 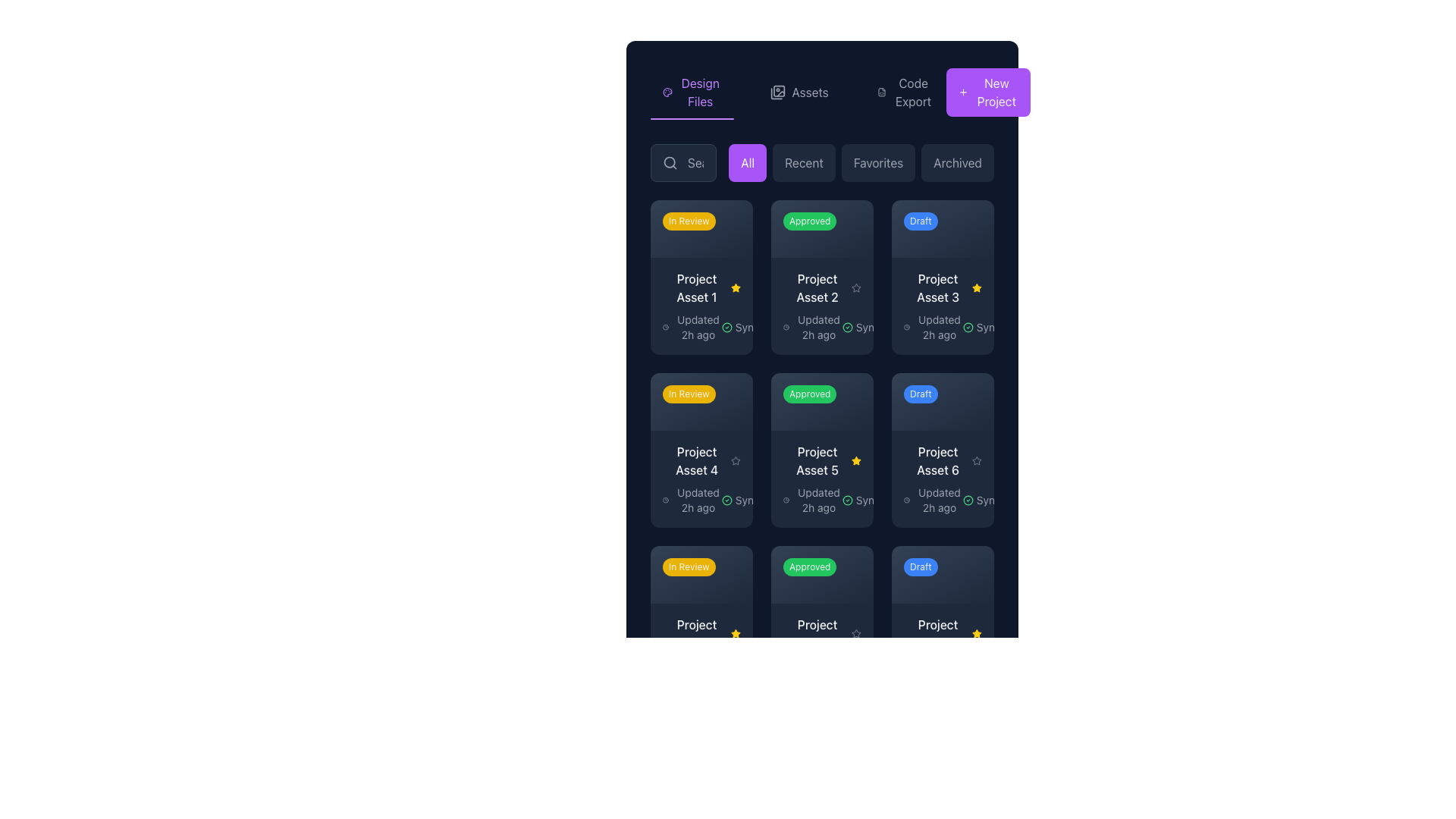 What do you see at coordinates (811, 326) in the screenshot?
I see `the timestamp information displayed as 'Updated 2h ago' in light gray text, located above the 'Synced' label within the card labeled 'Project Asset 2'` at bounding box center [811, 326].